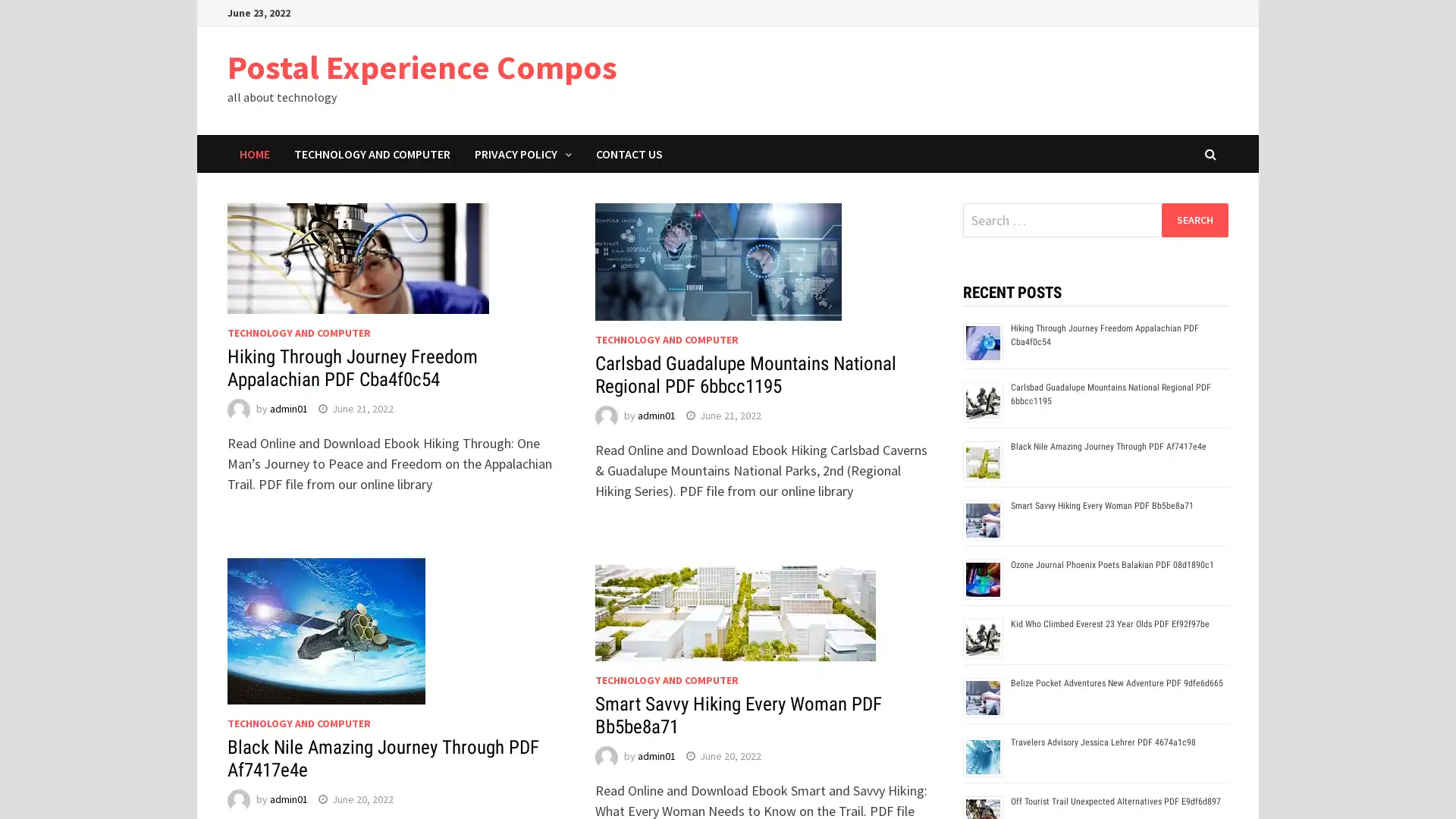  I want to click on Search, so click(1194, 219).